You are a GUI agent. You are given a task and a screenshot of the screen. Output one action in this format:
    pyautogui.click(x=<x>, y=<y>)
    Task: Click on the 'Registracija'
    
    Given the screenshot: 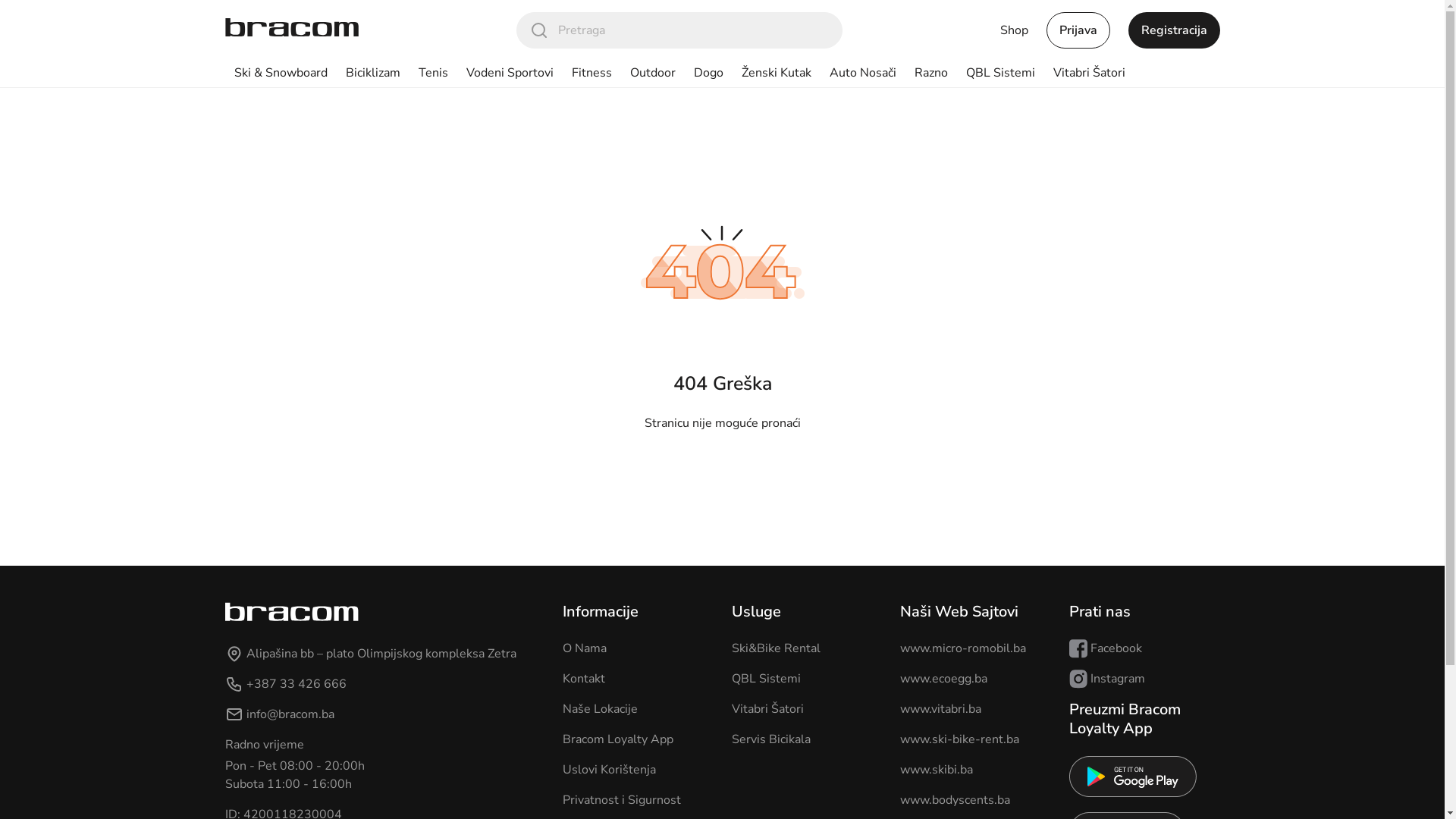 What is the action you would take?
    pyautogui.click(x=1173, y=30)
    